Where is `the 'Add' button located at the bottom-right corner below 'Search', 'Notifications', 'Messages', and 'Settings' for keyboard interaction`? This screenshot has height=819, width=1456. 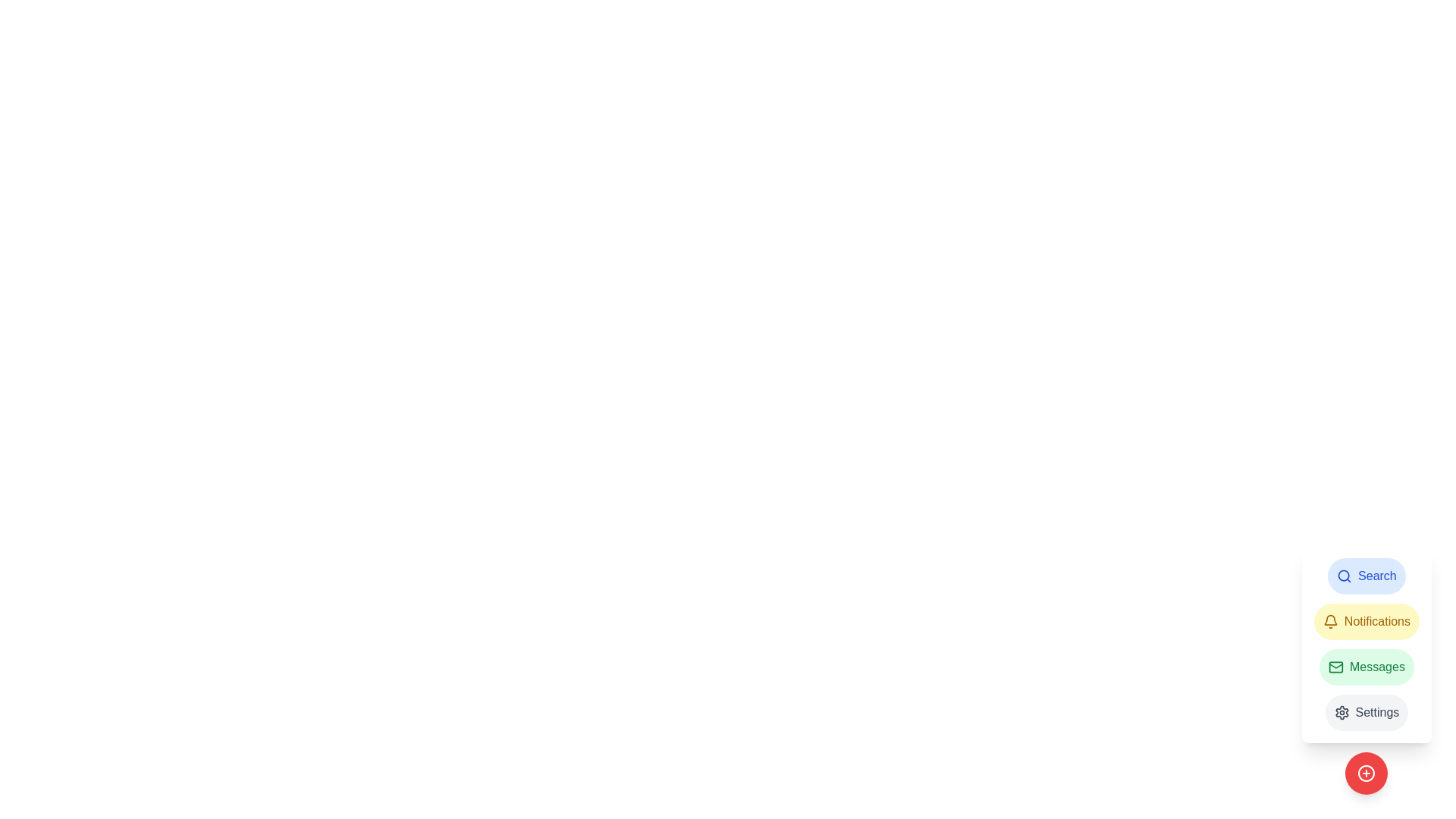 the 'Add' button located at the bottom-right corner below 'Search', 'Notifications', 'Messages', and 'Settings' for keyboard interaction is located at coordinates (1367, 773).